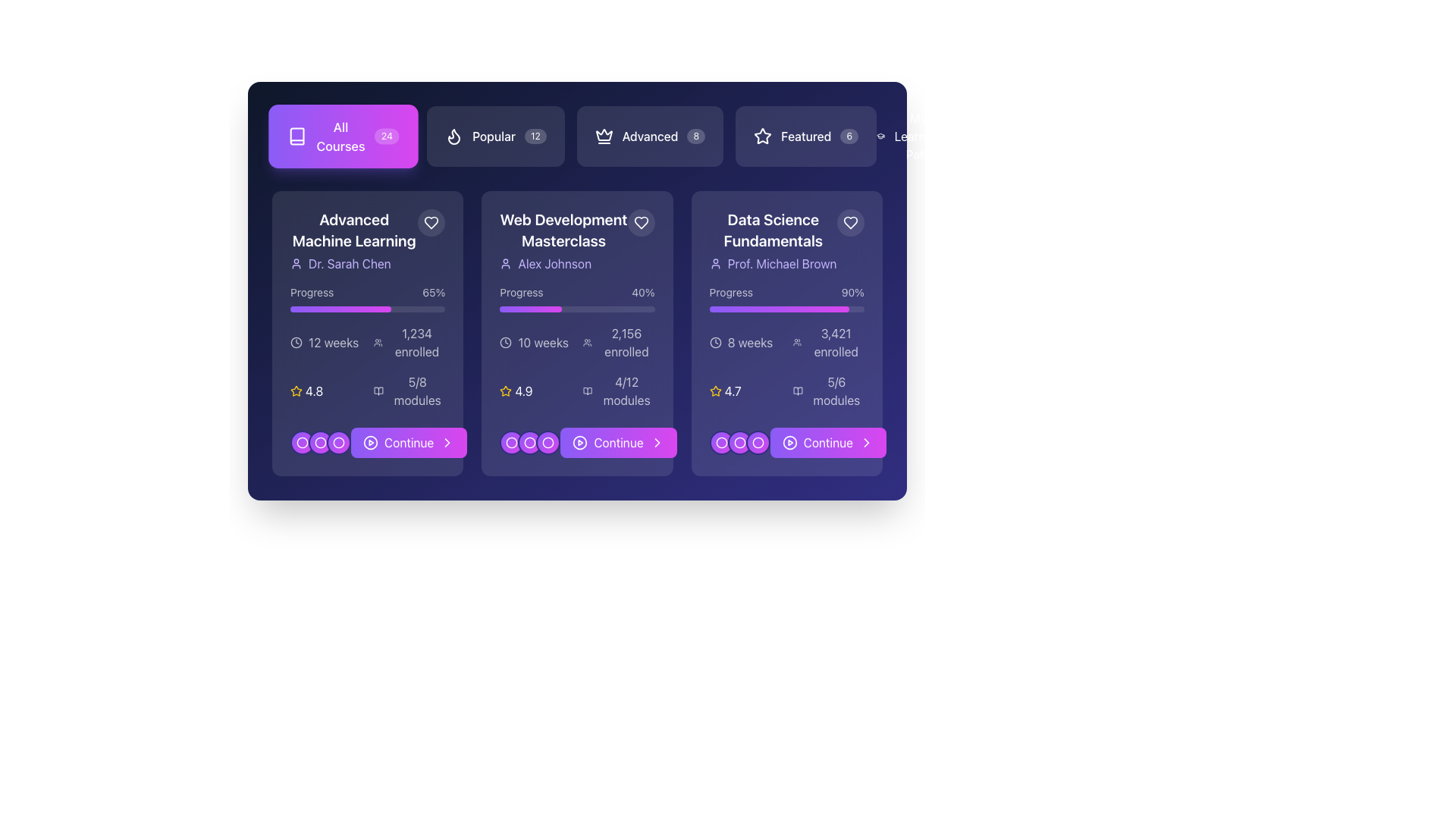 Image resolution: width=1456 pixels, height=819 pixels. What do you see at coordinates (317, 309) in the screenshot?
I see `progress completion` at bounding box center [317, 309].